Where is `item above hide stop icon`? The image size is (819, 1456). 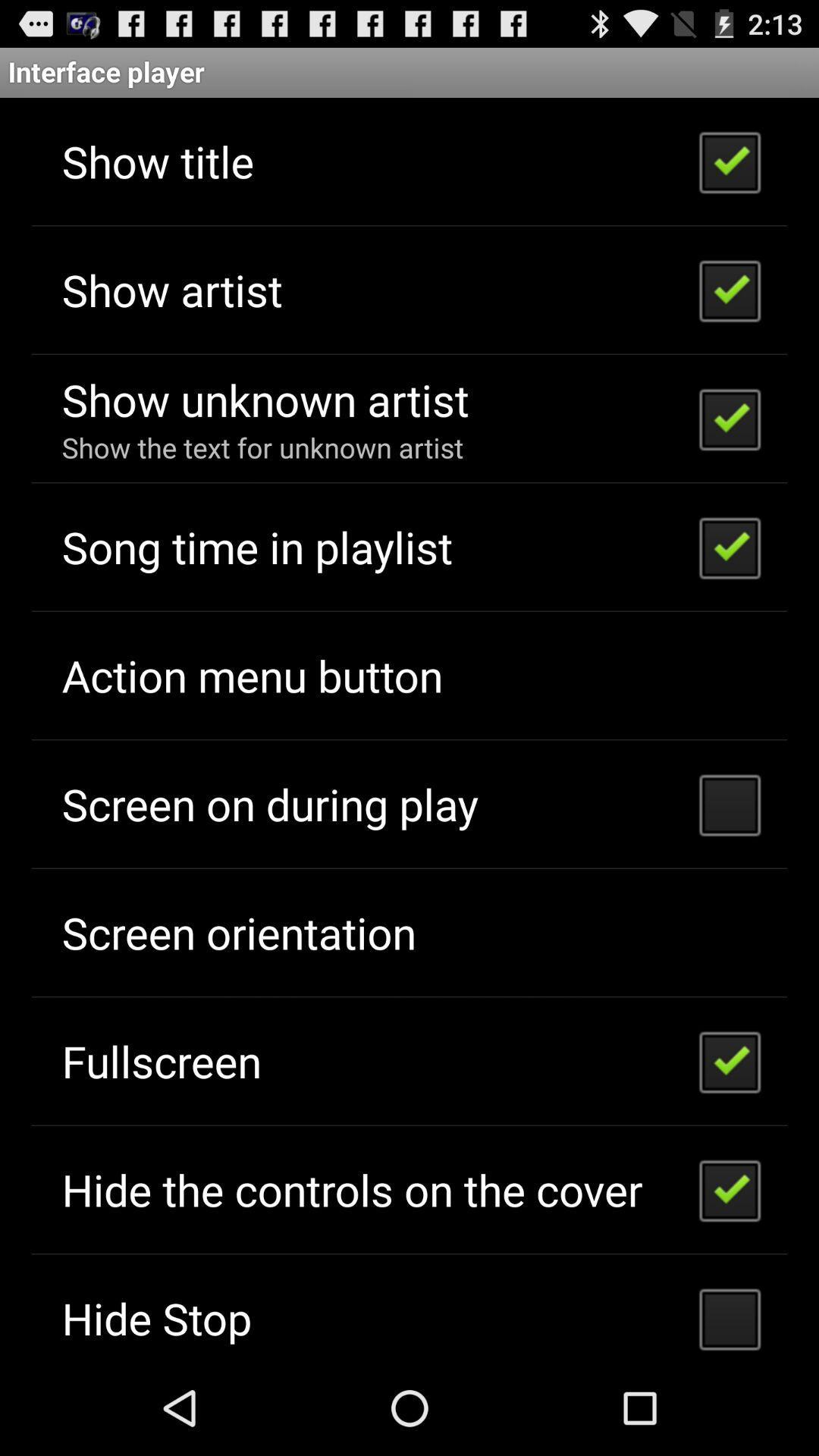
item above hide stop icon is located at coordinates (352, 1188).